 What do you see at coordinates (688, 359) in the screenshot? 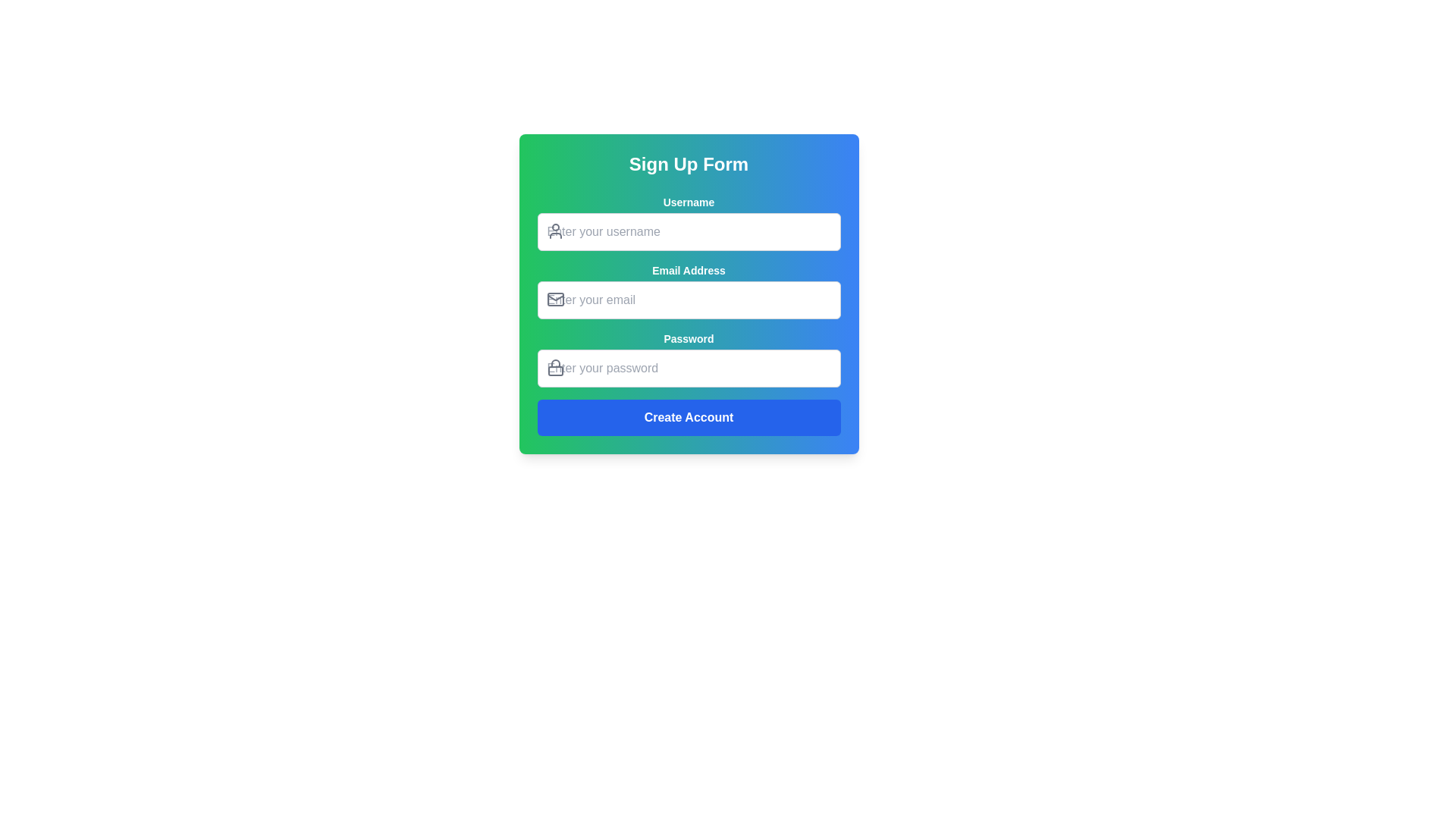
I see `the password input field, which is the third input field in the form layout, to interact with any tooltip that may appear` at bounding box center [688, 359].